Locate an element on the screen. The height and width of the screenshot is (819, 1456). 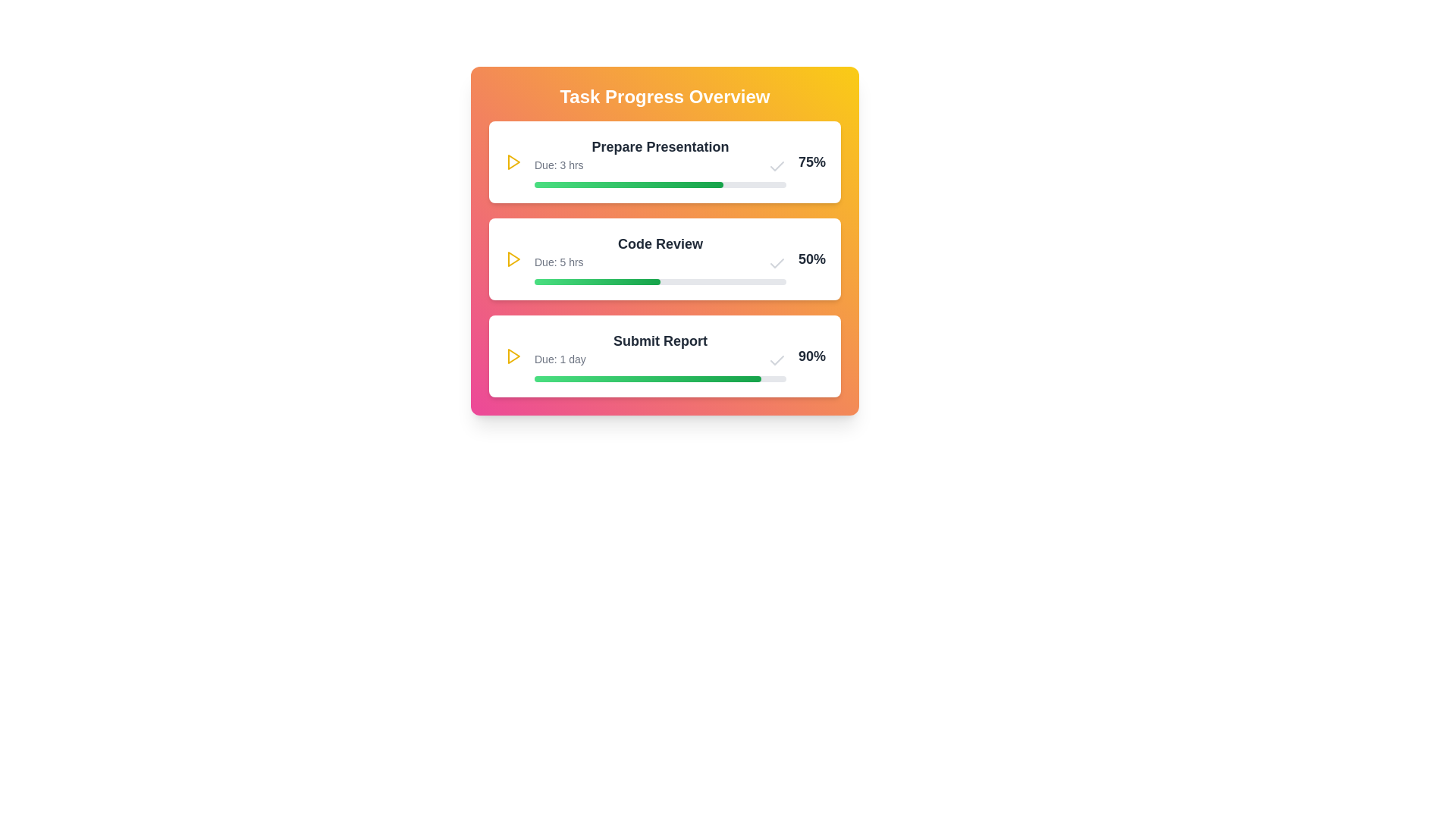
the Task Progress Summary Block for 'Code Review' is located at coordinates (660, 259).